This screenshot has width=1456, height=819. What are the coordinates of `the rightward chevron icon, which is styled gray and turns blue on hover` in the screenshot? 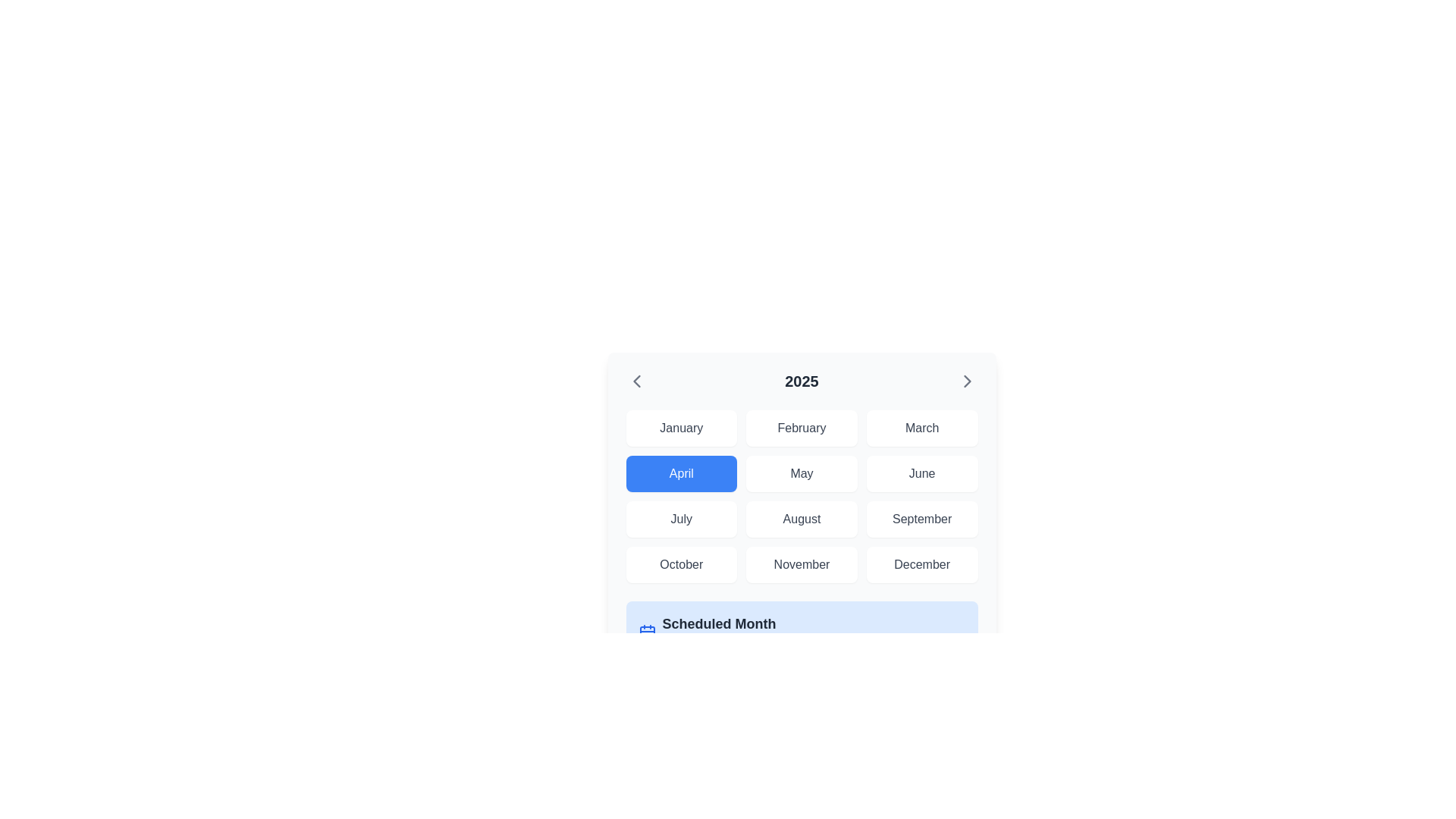 It's located at (966, 380).